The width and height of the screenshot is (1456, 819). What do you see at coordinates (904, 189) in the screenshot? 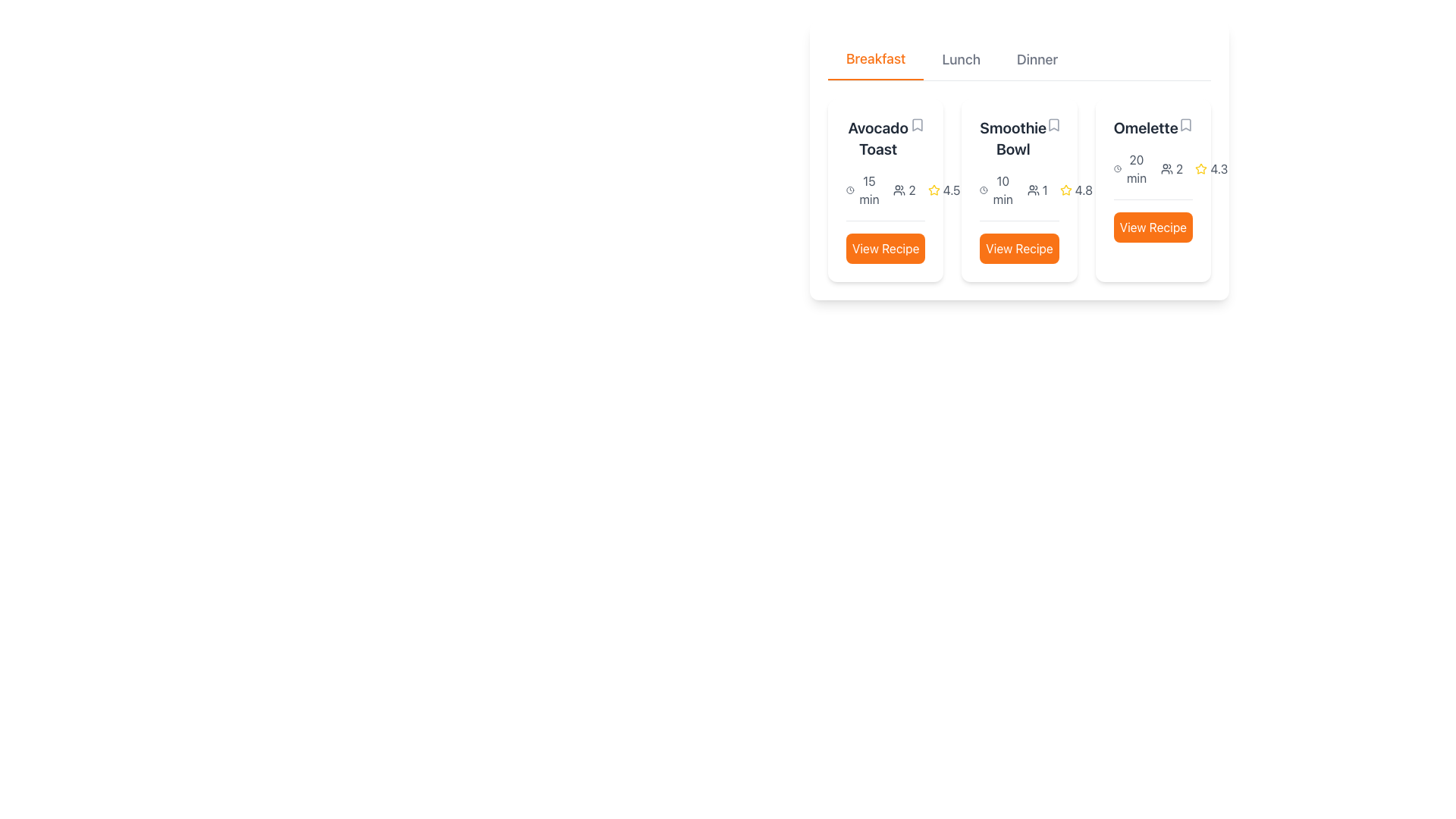
I see `the informational label with an icon of multiple users and the number '2' for the 'Avocado Toast' card in the 'Breakfast' section` at bounding box center [904, 189].